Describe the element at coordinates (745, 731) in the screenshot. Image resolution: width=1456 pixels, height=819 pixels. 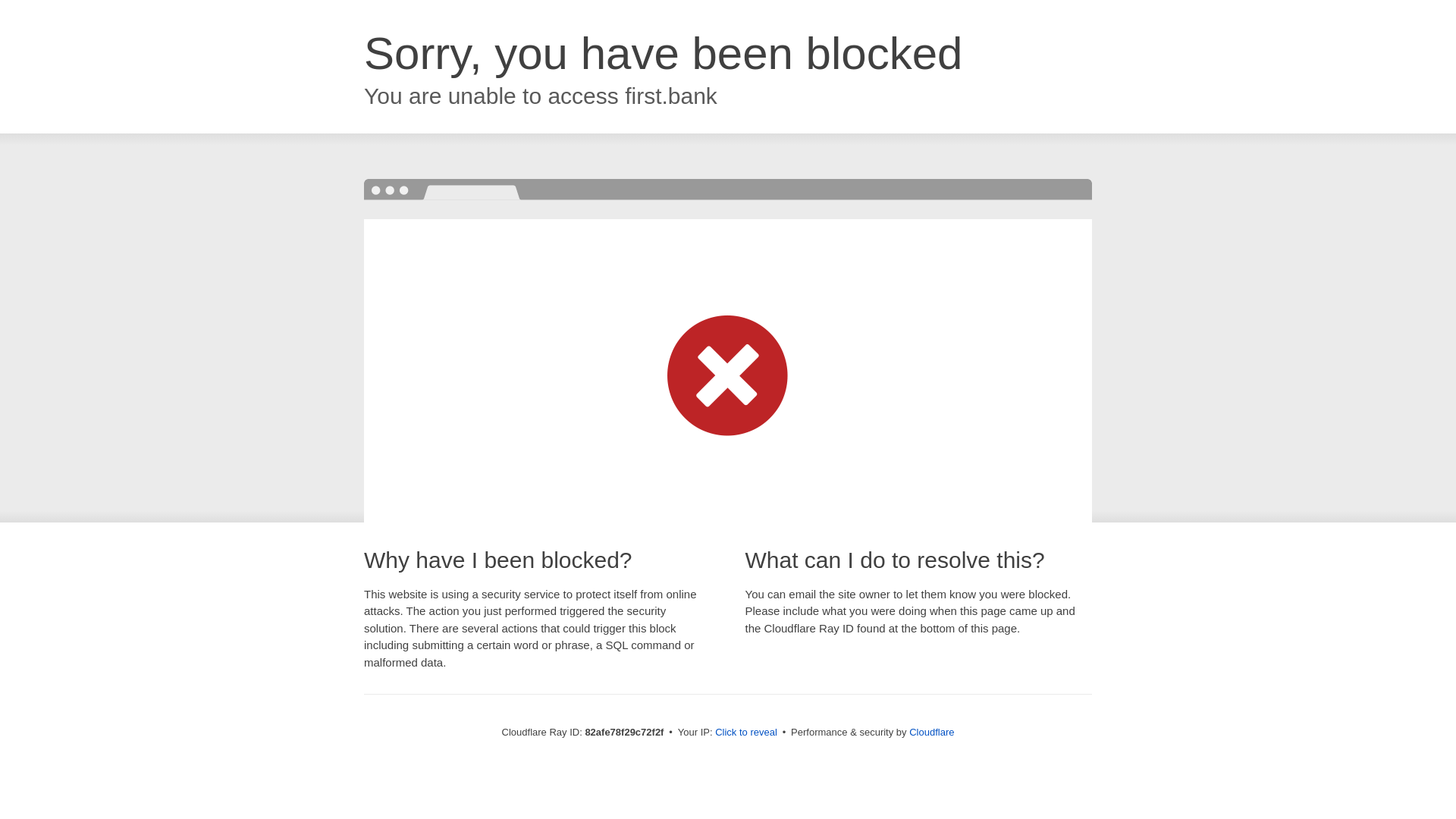
I see `'Click to reveal'` at that location.